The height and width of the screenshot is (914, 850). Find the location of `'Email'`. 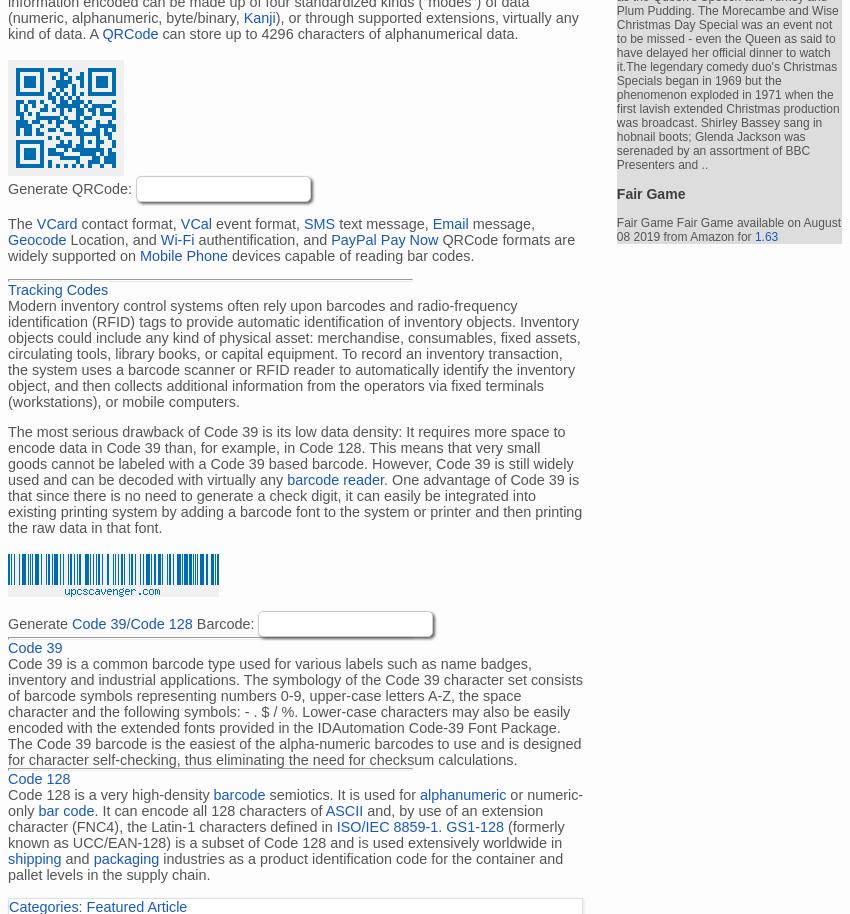

'Email' is located at coordinates (448, 224).